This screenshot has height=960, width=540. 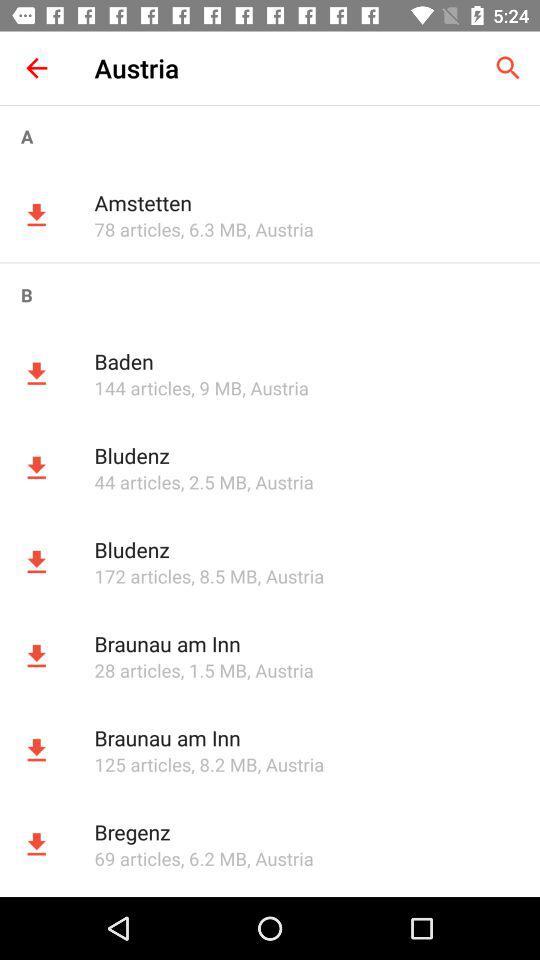 What do you see at coordinates (270, 294) in the screenshot?
I see `the b icon` at bounding box center [270, 294].